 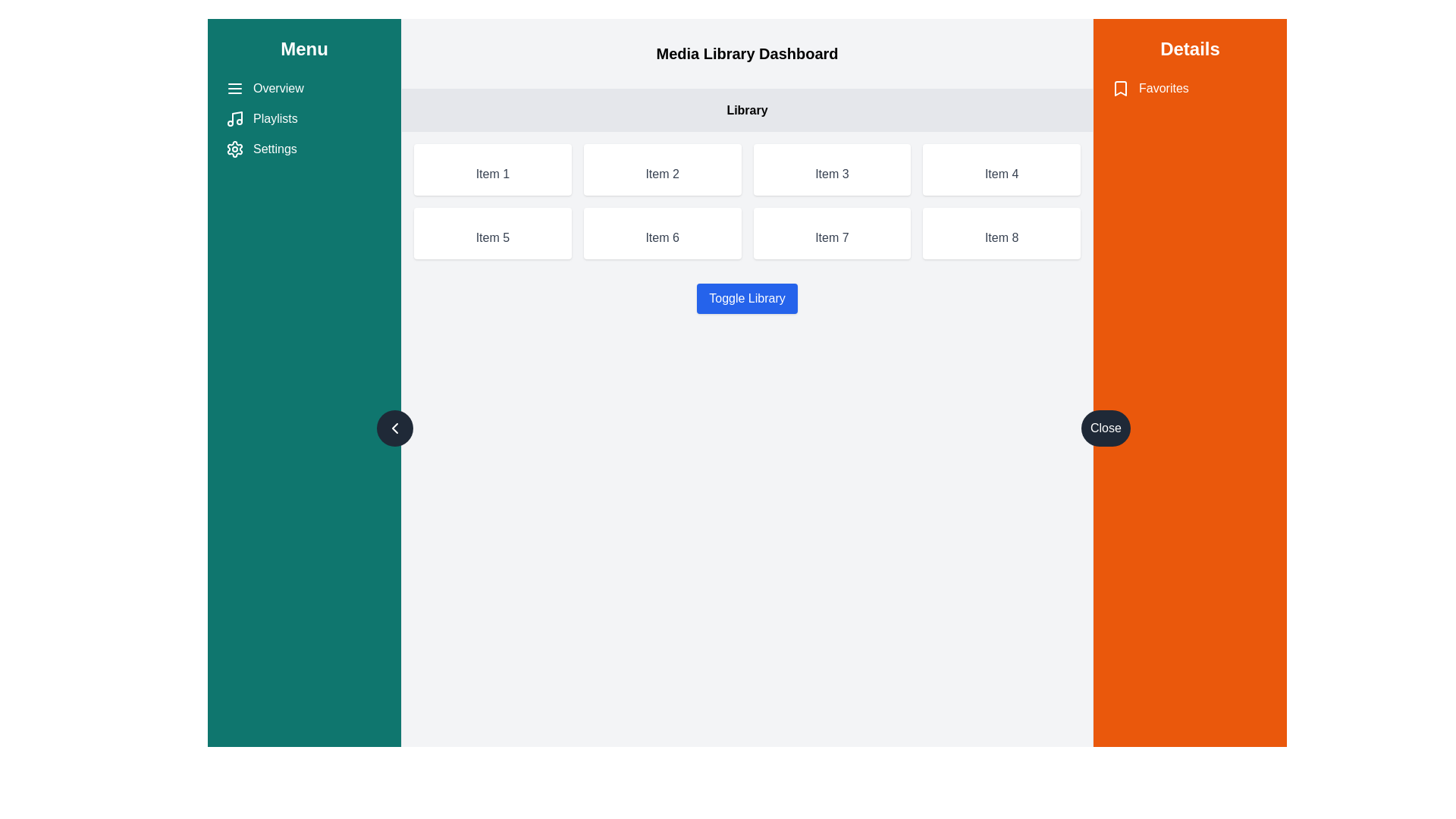 What do you see at coordinates (1106, 428) in the screenshot?
I see `the close button located on the left edge of the 'Details' section` at bounding box center [1106, 428].